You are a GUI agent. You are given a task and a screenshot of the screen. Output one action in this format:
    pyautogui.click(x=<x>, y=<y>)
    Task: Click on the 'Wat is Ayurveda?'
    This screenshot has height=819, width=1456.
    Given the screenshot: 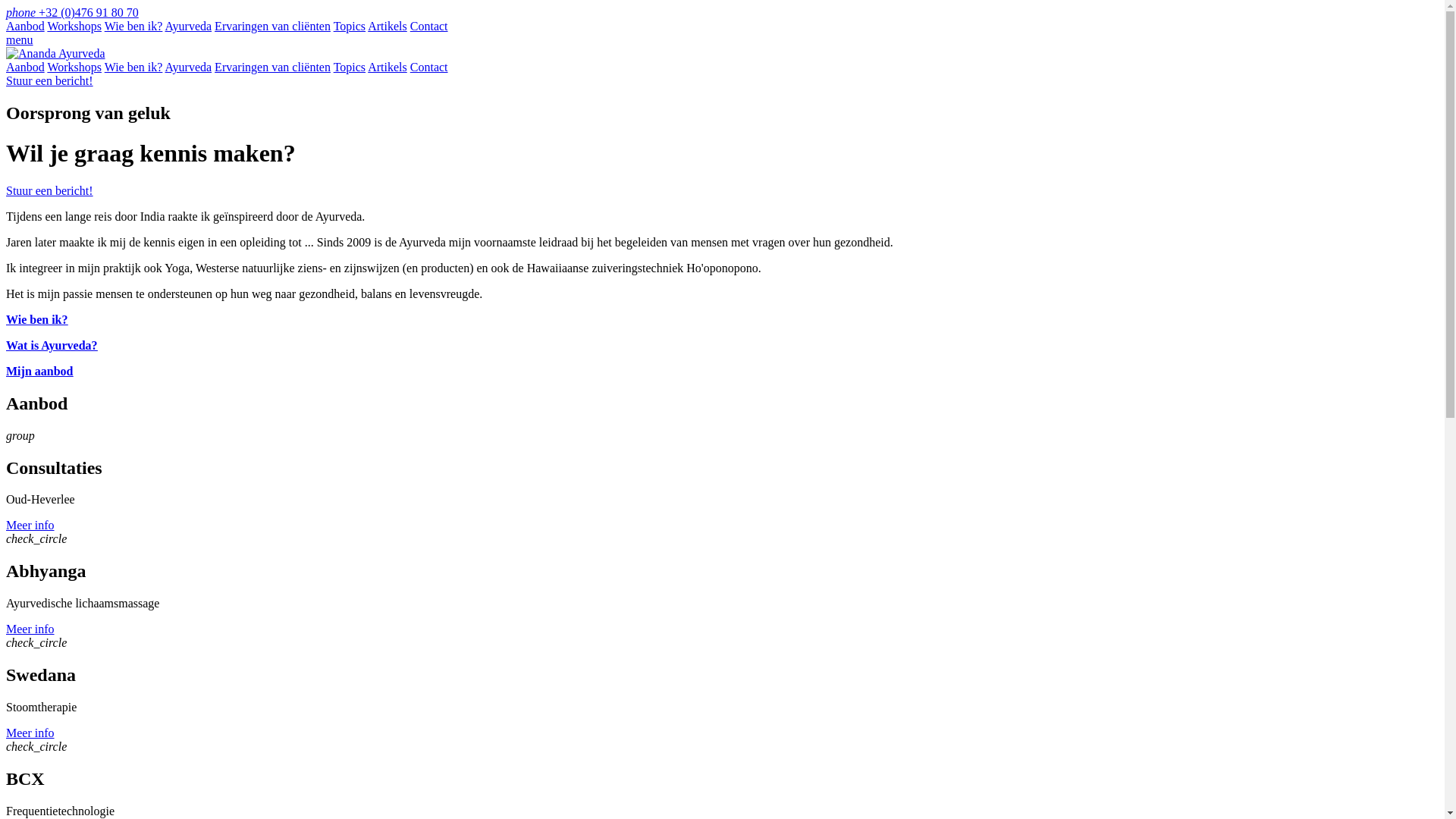 What is the action you would take?
    pyautogui.click(x=52, y=345)
    